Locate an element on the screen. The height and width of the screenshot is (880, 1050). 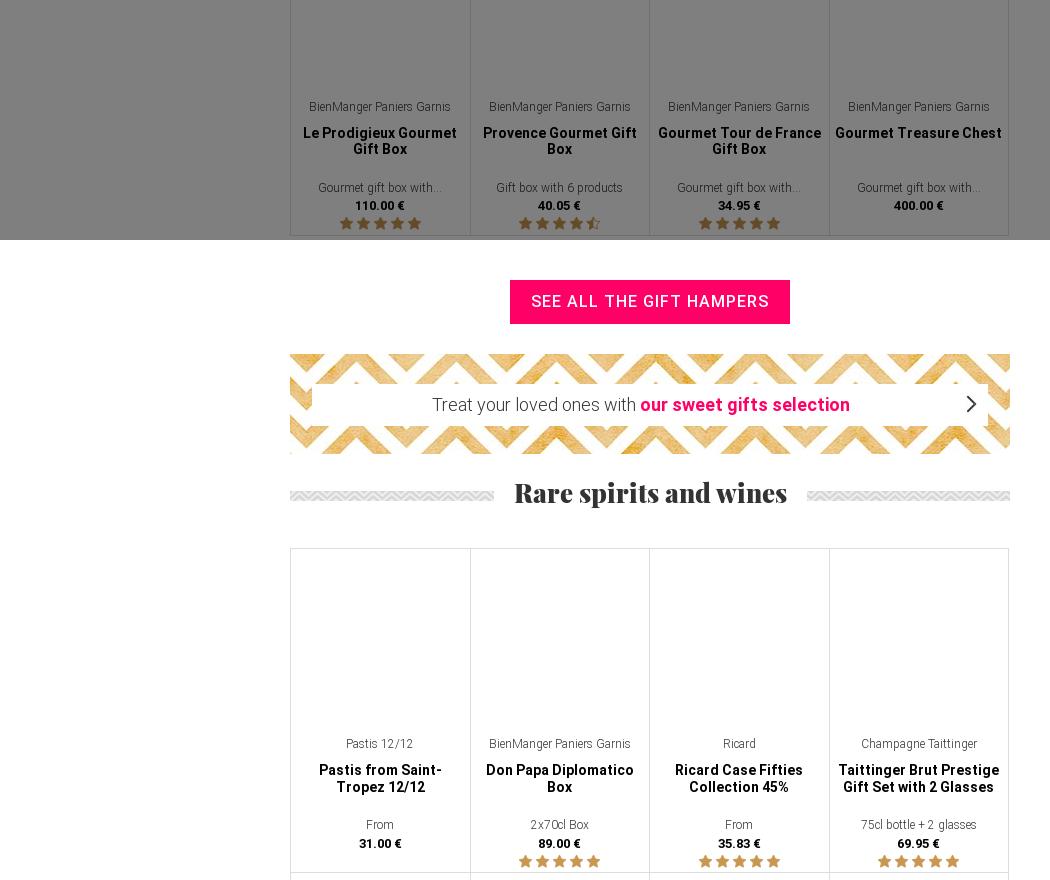
'See all the gift hampers' is located at coordinates (648, 299).